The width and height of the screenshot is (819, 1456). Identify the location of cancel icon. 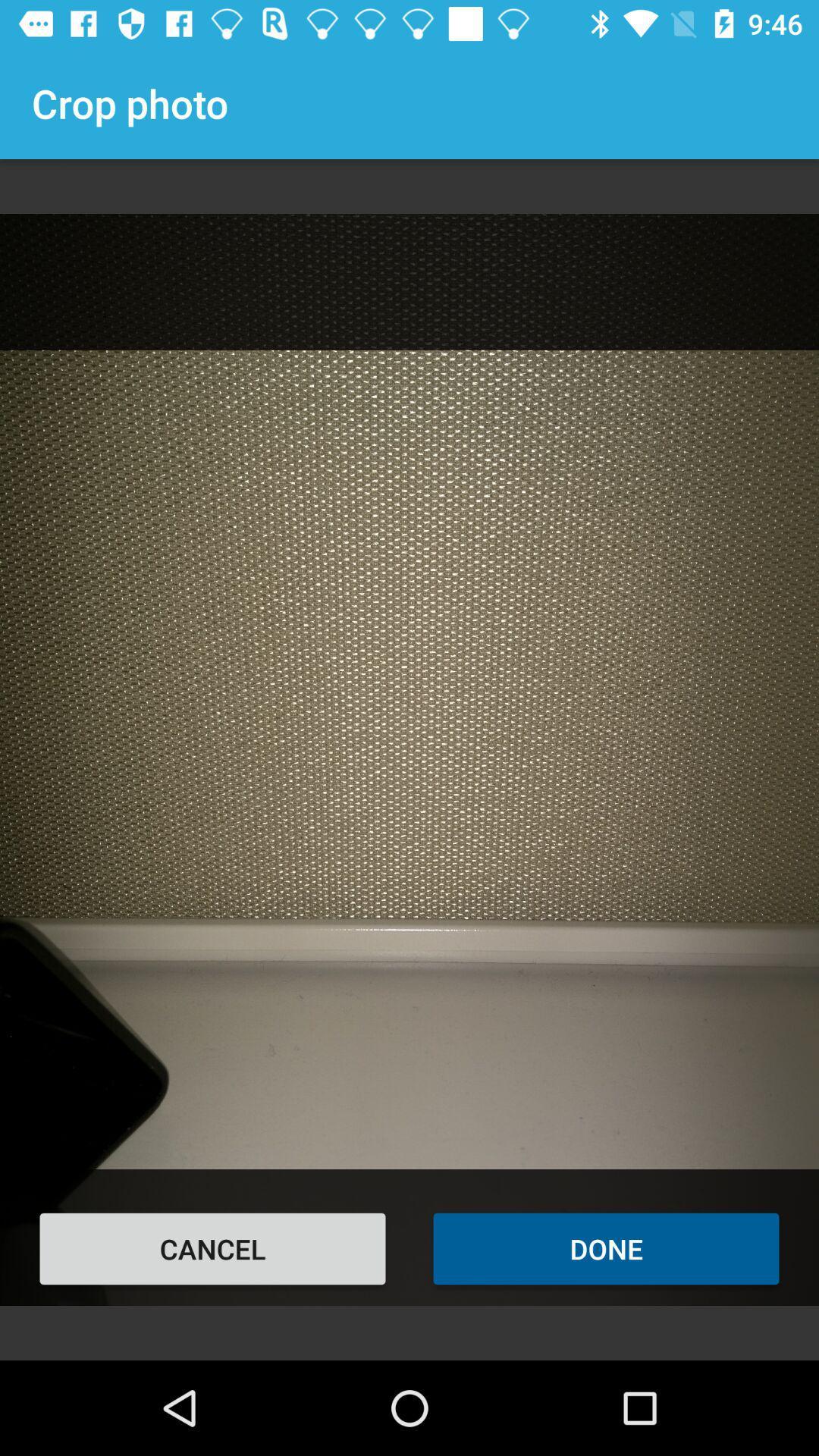
(212, 1248).